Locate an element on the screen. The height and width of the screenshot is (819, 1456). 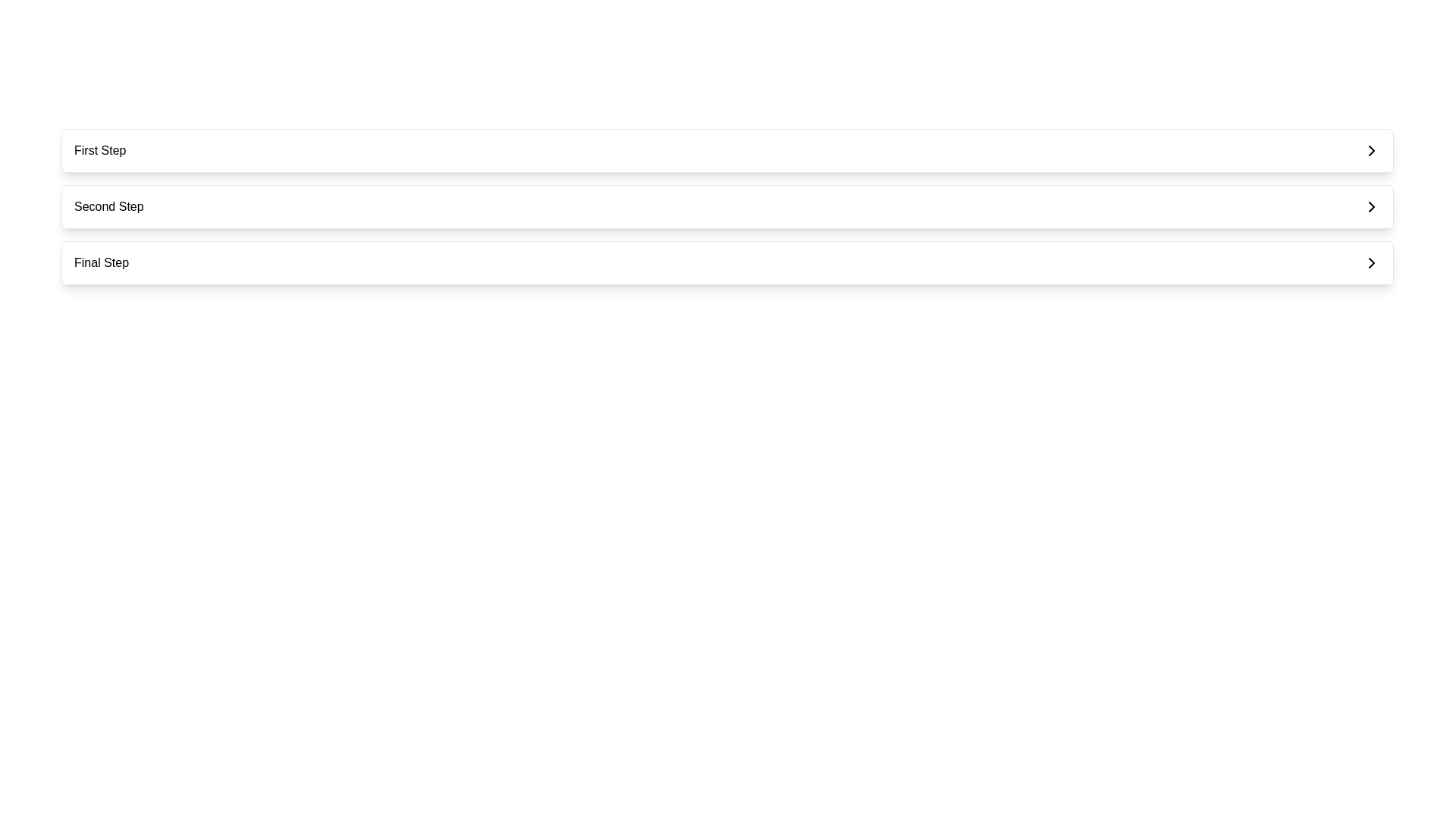
the right-facing chevron icon located at the extreme right of the 'First Step' list item to proceed or expand the section is located at coordinates (1372, 151).